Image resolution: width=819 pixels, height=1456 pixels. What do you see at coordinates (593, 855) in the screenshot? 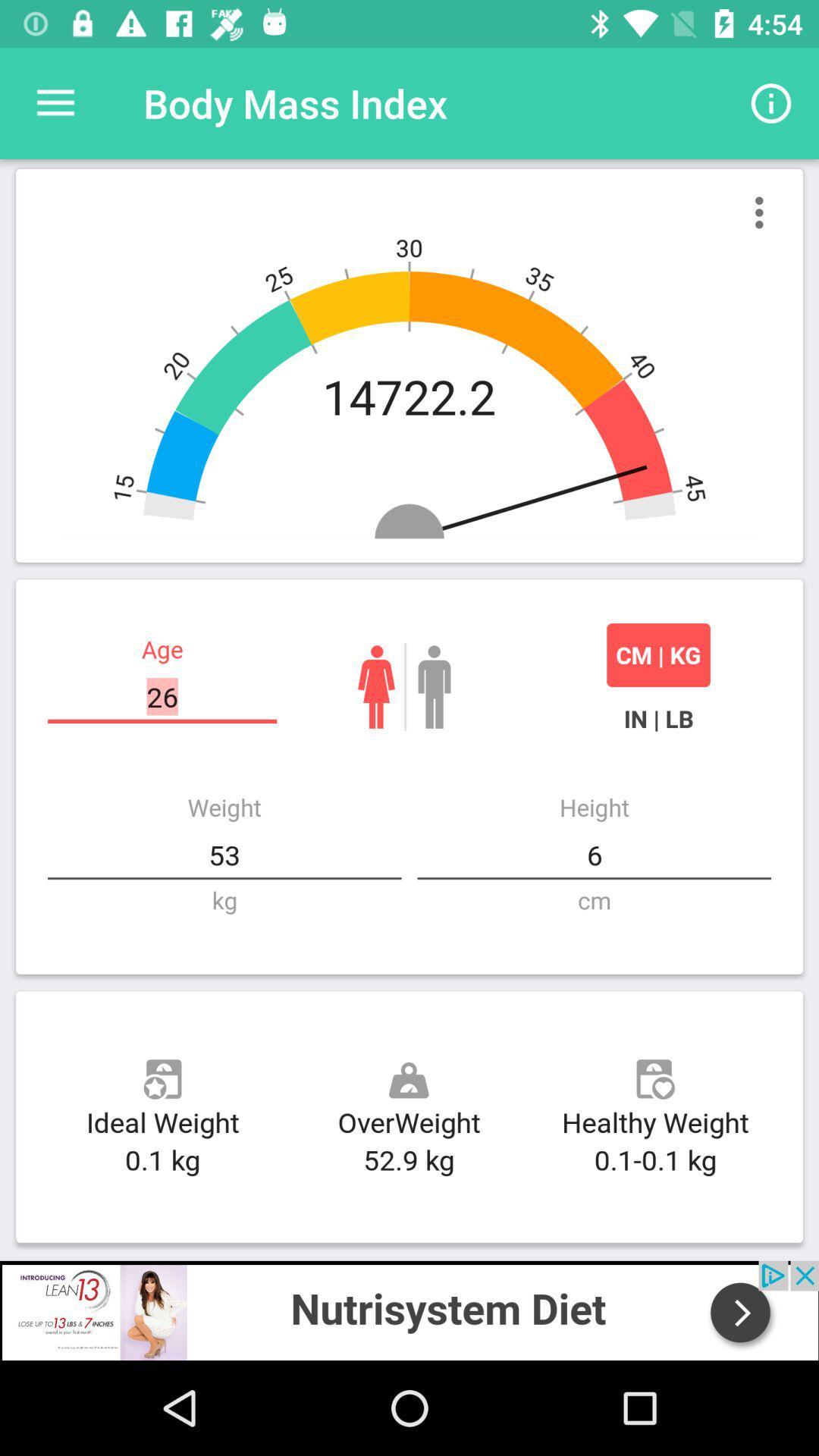
I see `the text field below heights` at bounding box center [593, 855].